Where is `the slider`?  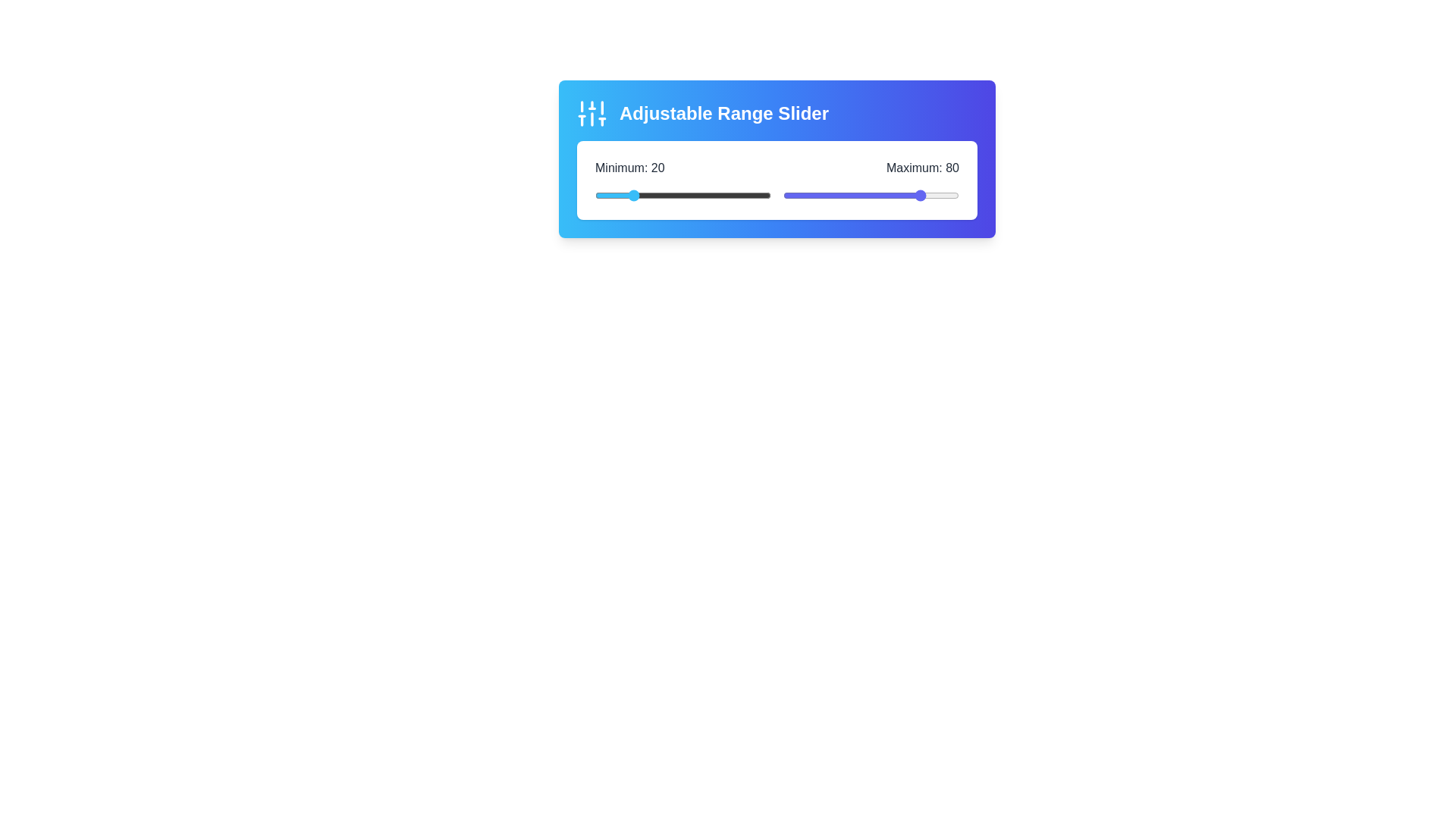
the slider is located at coordinates (803, 195).